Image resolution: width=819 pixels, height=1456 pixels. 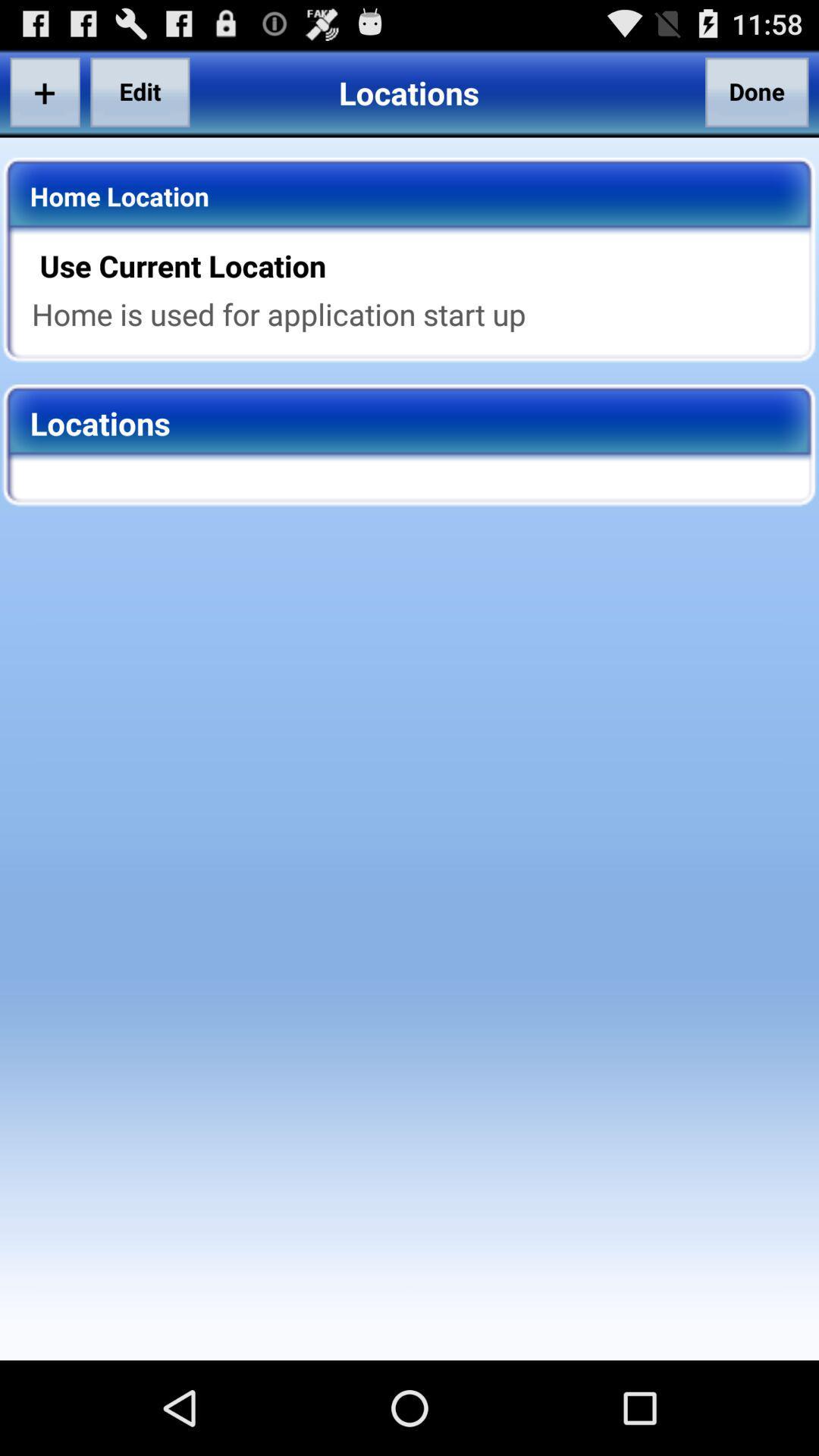 What do you see at coordinates (44, 91) in the screenshot?
I see `item to the left of edit icon` at bounding box center [44, 91].